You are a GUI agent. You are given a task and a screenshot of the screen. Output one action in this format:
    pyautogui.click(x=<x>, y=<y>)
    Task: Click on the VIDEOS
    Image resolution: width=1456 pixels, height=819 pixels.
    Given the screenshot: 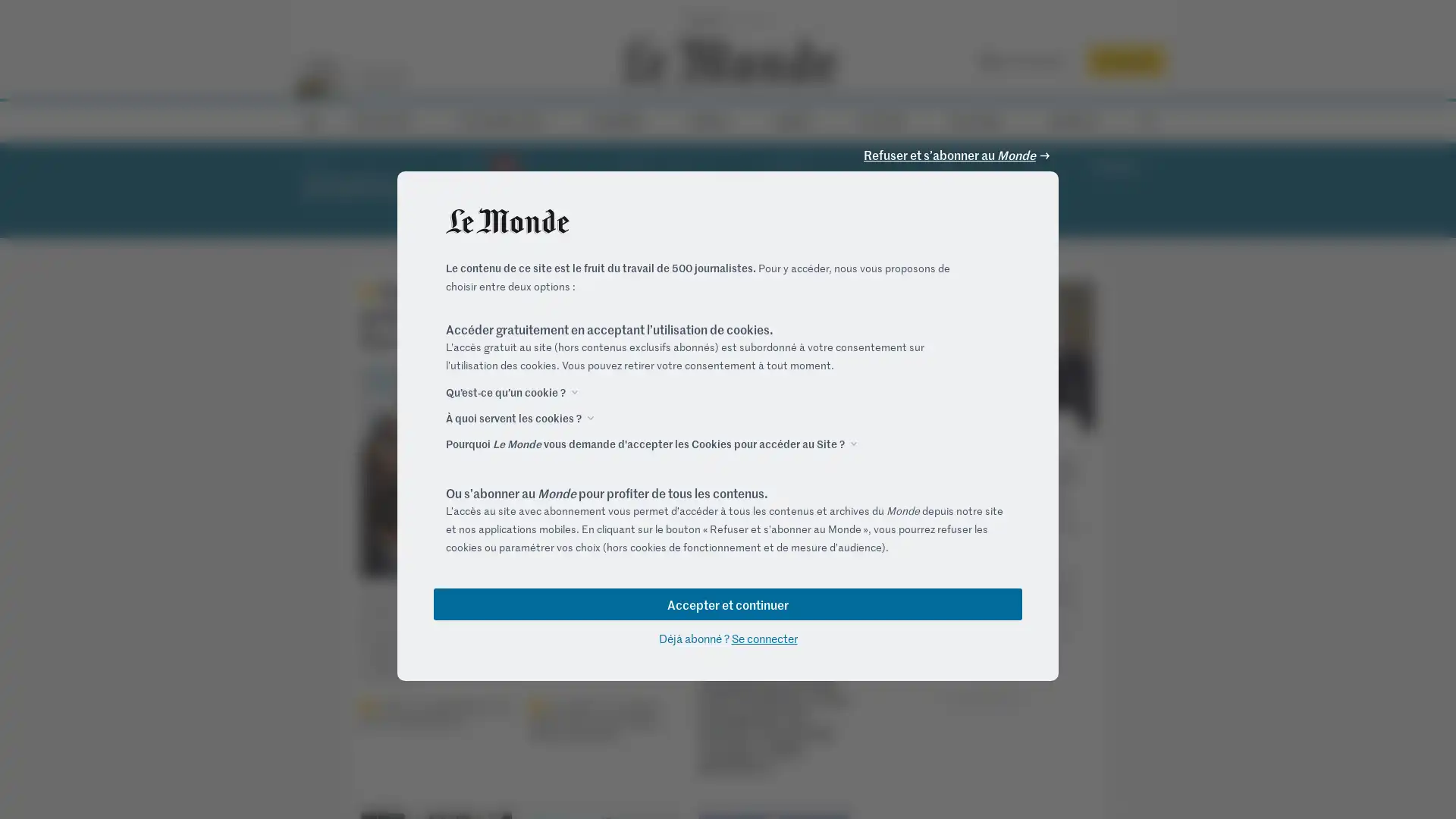 What is the action you would take?
    pyautogui.click(x=714, y=120)
    